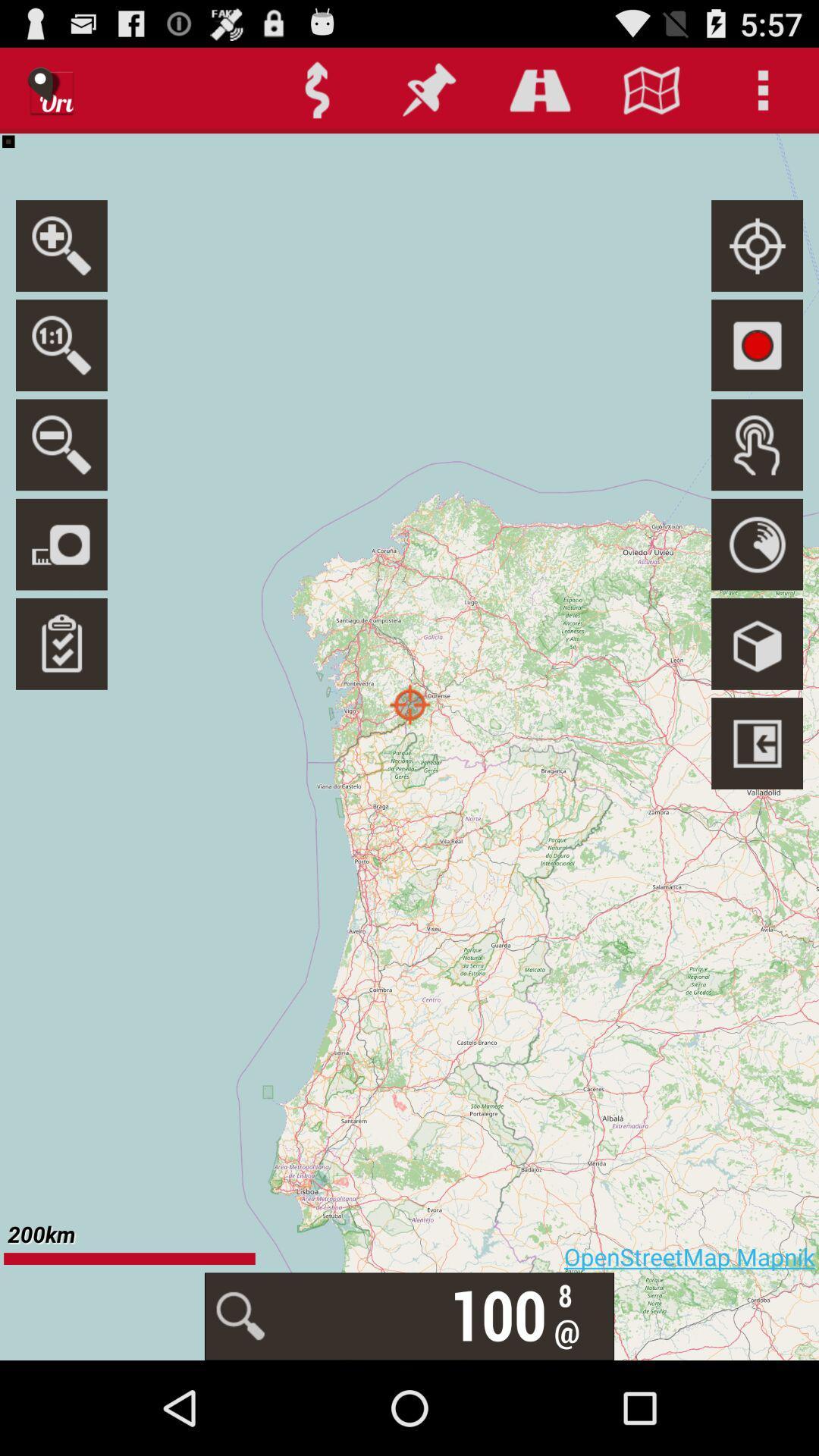 The width and height of the screenshot is (819, 1456). I want to click on the location_crosshair icon, so click(757, 263).